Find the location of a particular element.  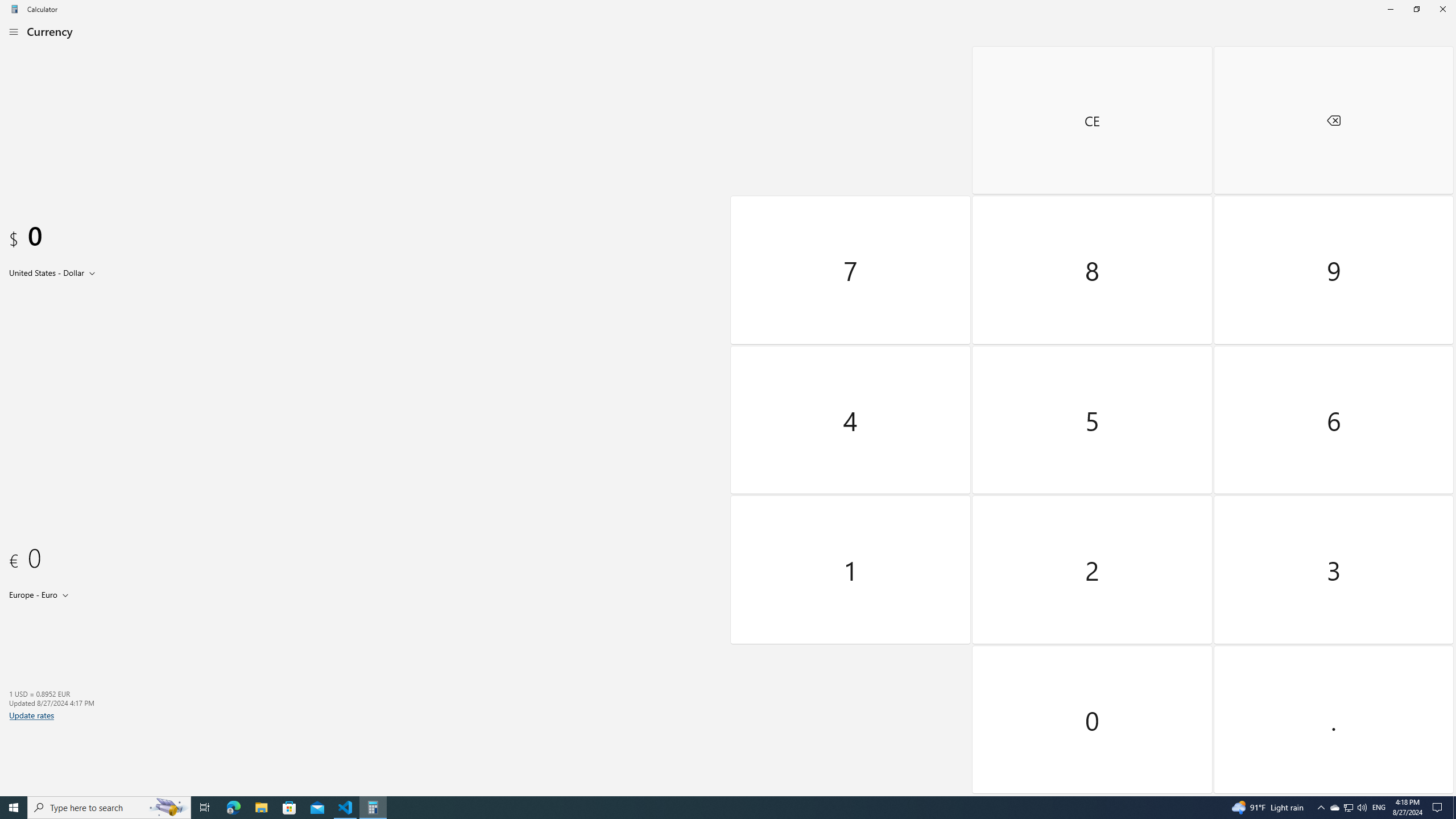

'Four' is located at coordinates (851, 419).